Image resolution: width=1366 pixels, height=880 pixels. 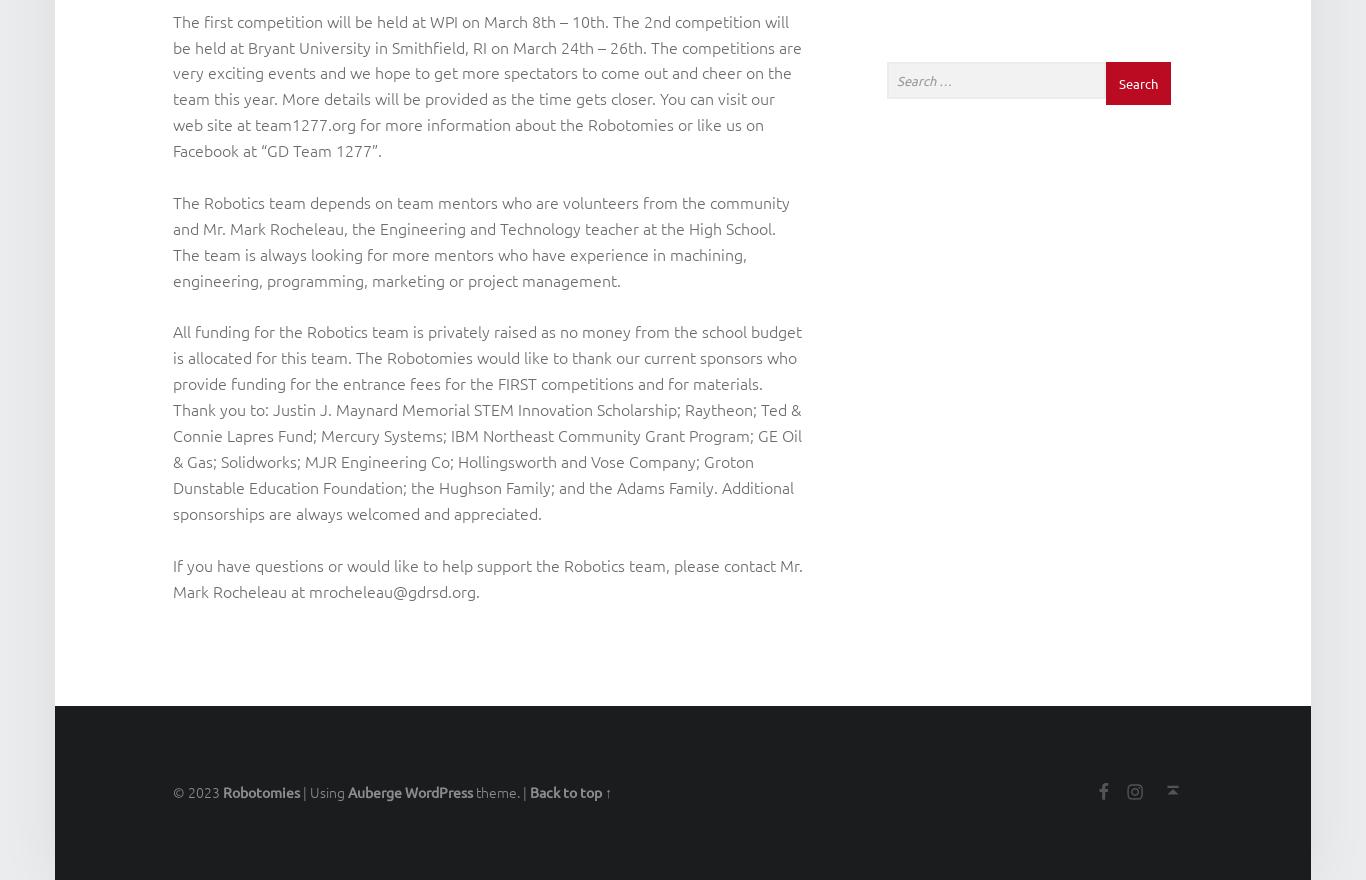 What do you see at coordinates (373, 792) in the screenshot?
I see `'Auberge'` at bounding box center [373, 792].